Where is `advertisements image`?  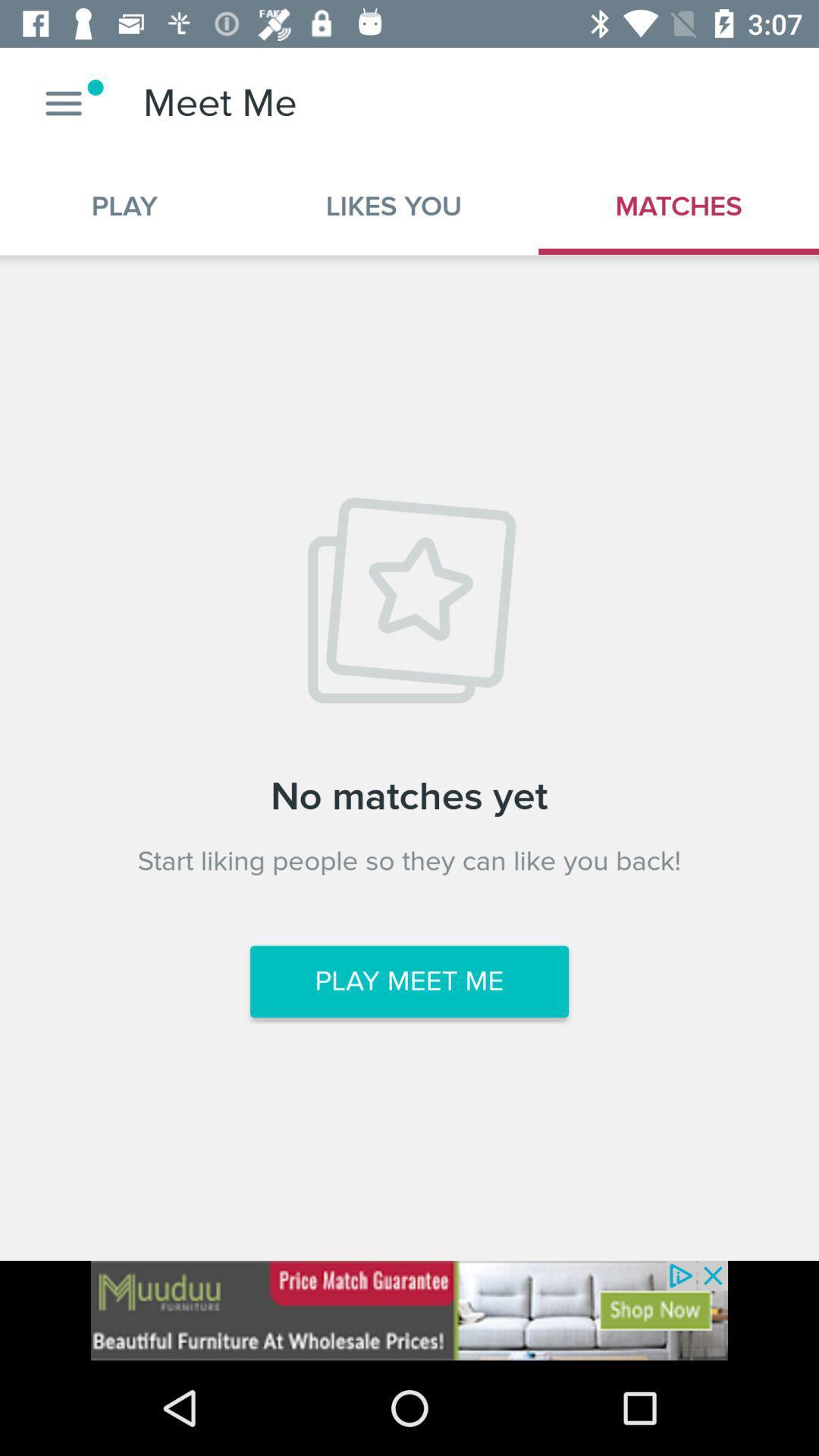
advertisements image is located at coordinates (409, 1310).